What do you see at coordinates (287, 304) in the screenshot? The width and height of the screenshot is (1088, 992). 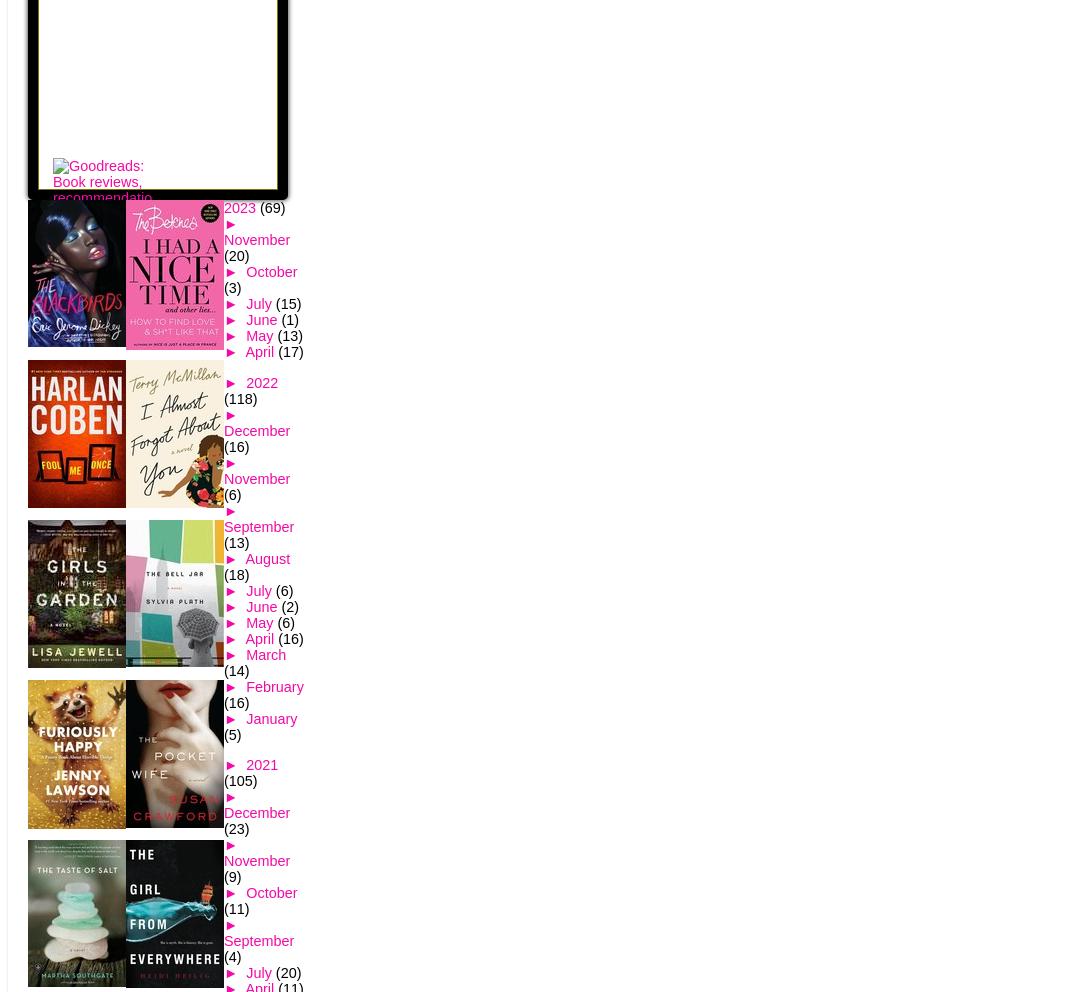 I see `'(15)'` at bounding box center [287, 304].